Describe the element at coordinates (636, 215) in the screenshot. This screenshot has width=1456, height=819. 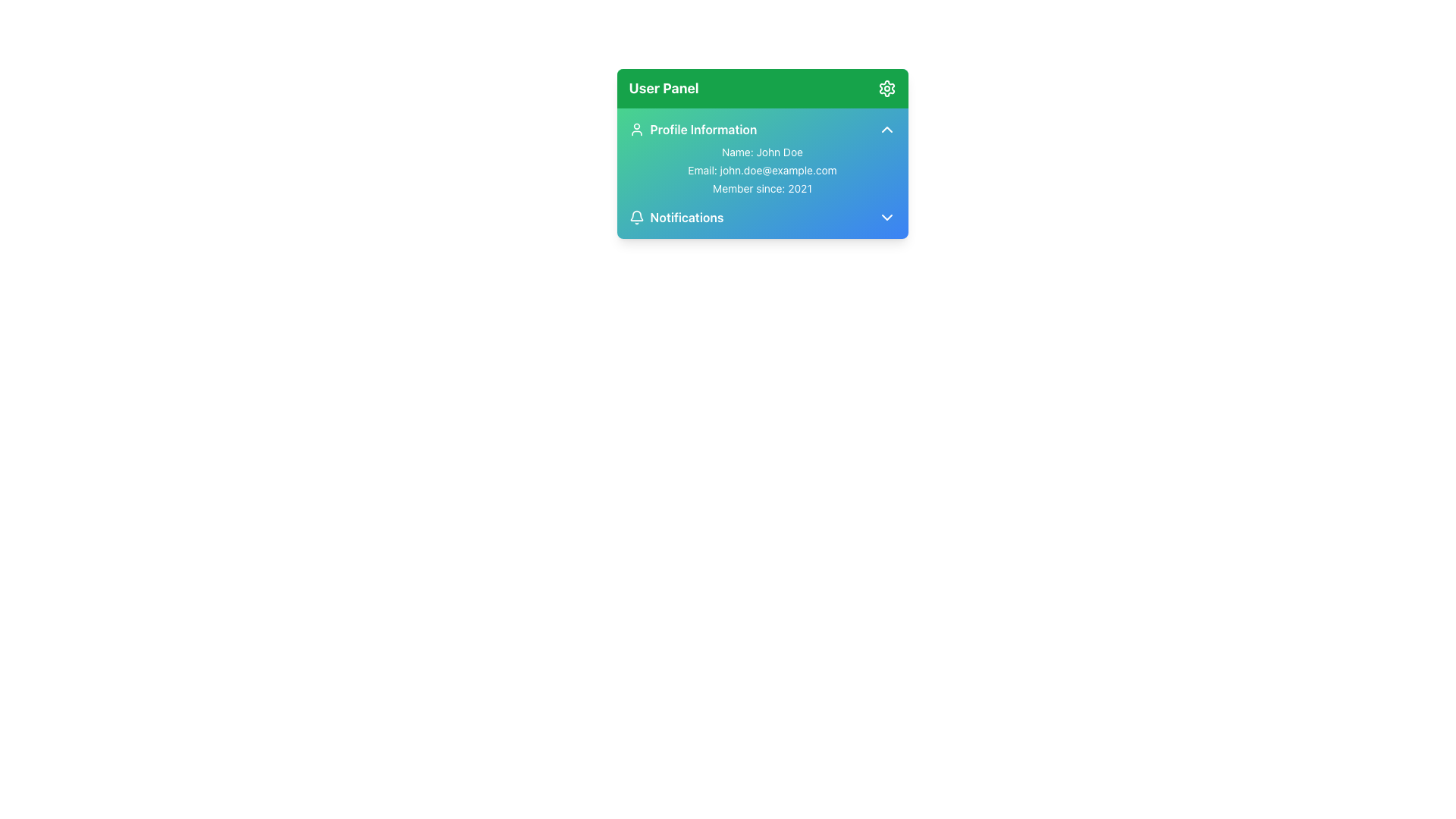
I see `the bell-shaped icon in the 'Notifications' section` at that location.